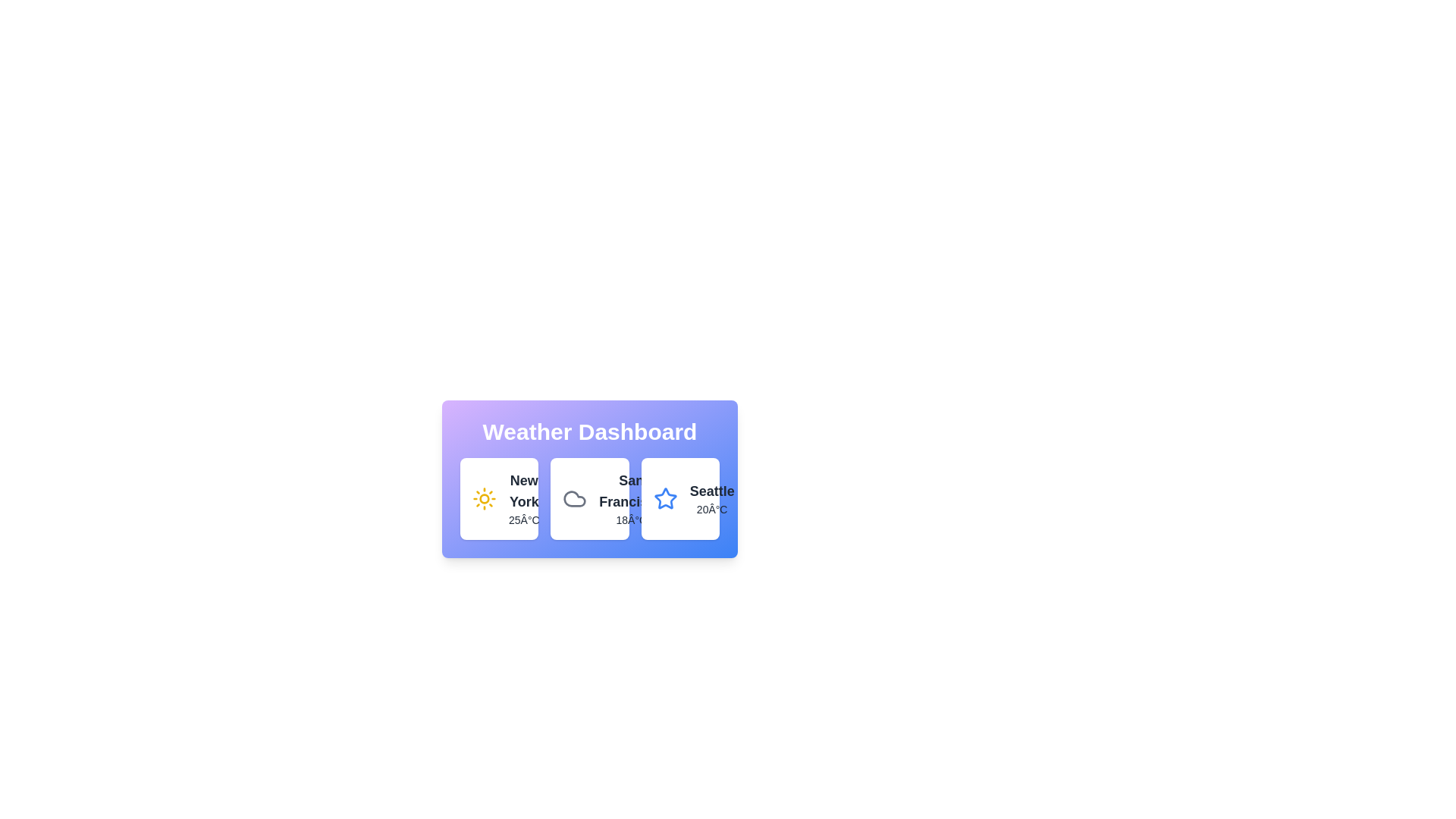 The image size is (1456, 819). I want to click on the weather icon representing cloudy weather for San Francisco, located to the left of the text 'San Francisco 18°C', so click(574, 499).